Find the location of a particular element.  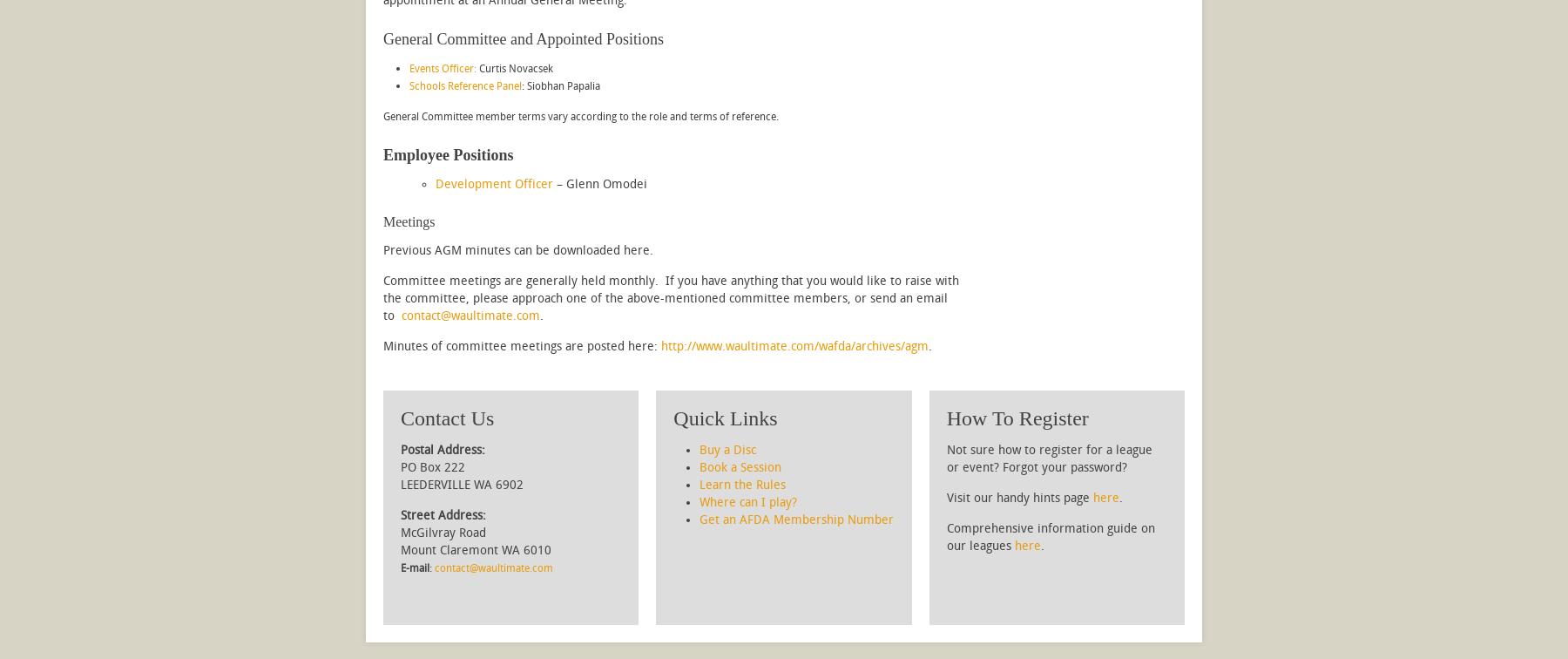

'Employee Positions' is located at coordinates (382, 154).